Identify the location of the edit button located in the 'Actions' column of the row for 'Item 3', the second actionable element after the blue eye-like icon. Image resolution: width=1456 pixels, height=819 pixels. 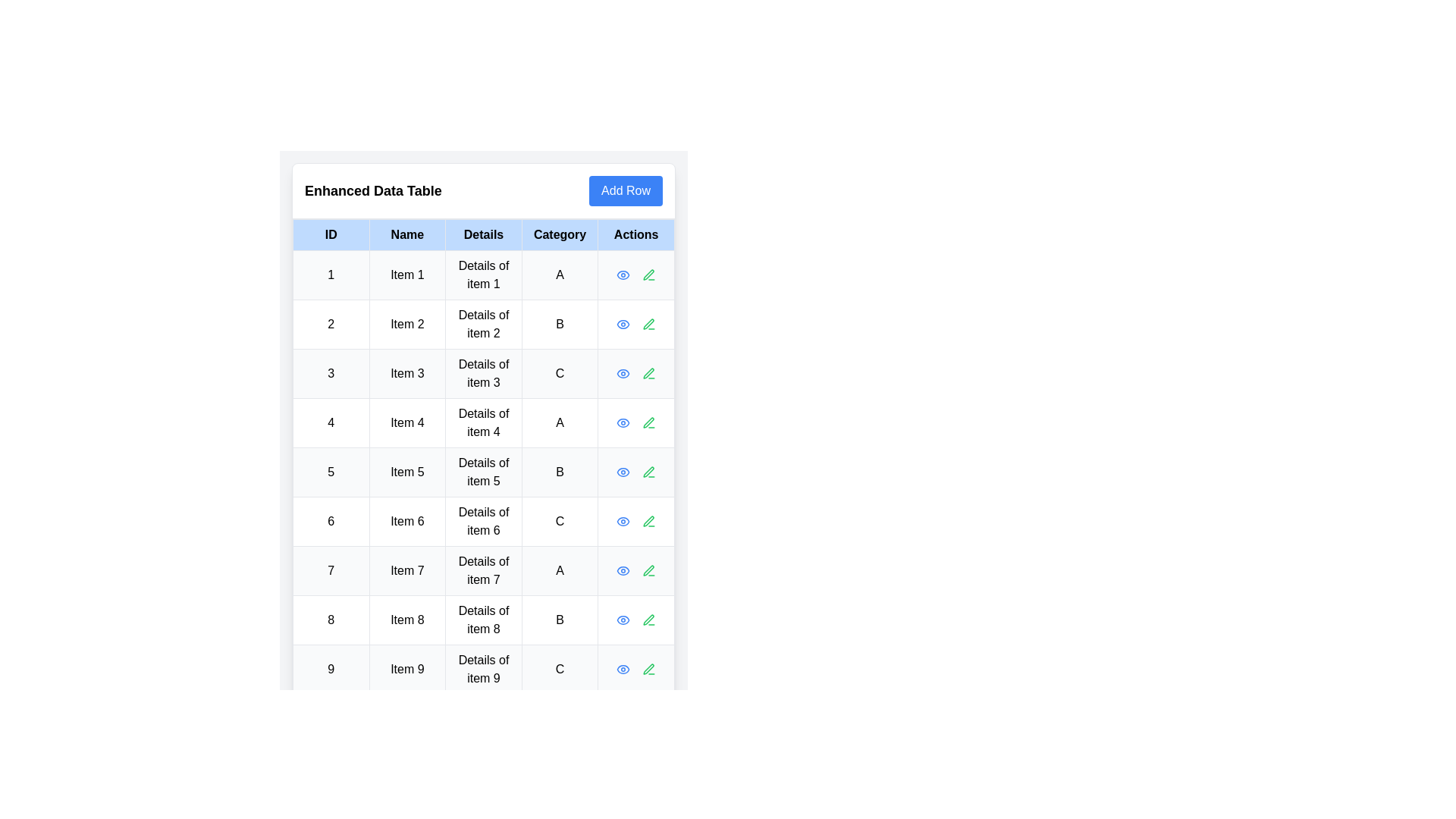
(649, 374).